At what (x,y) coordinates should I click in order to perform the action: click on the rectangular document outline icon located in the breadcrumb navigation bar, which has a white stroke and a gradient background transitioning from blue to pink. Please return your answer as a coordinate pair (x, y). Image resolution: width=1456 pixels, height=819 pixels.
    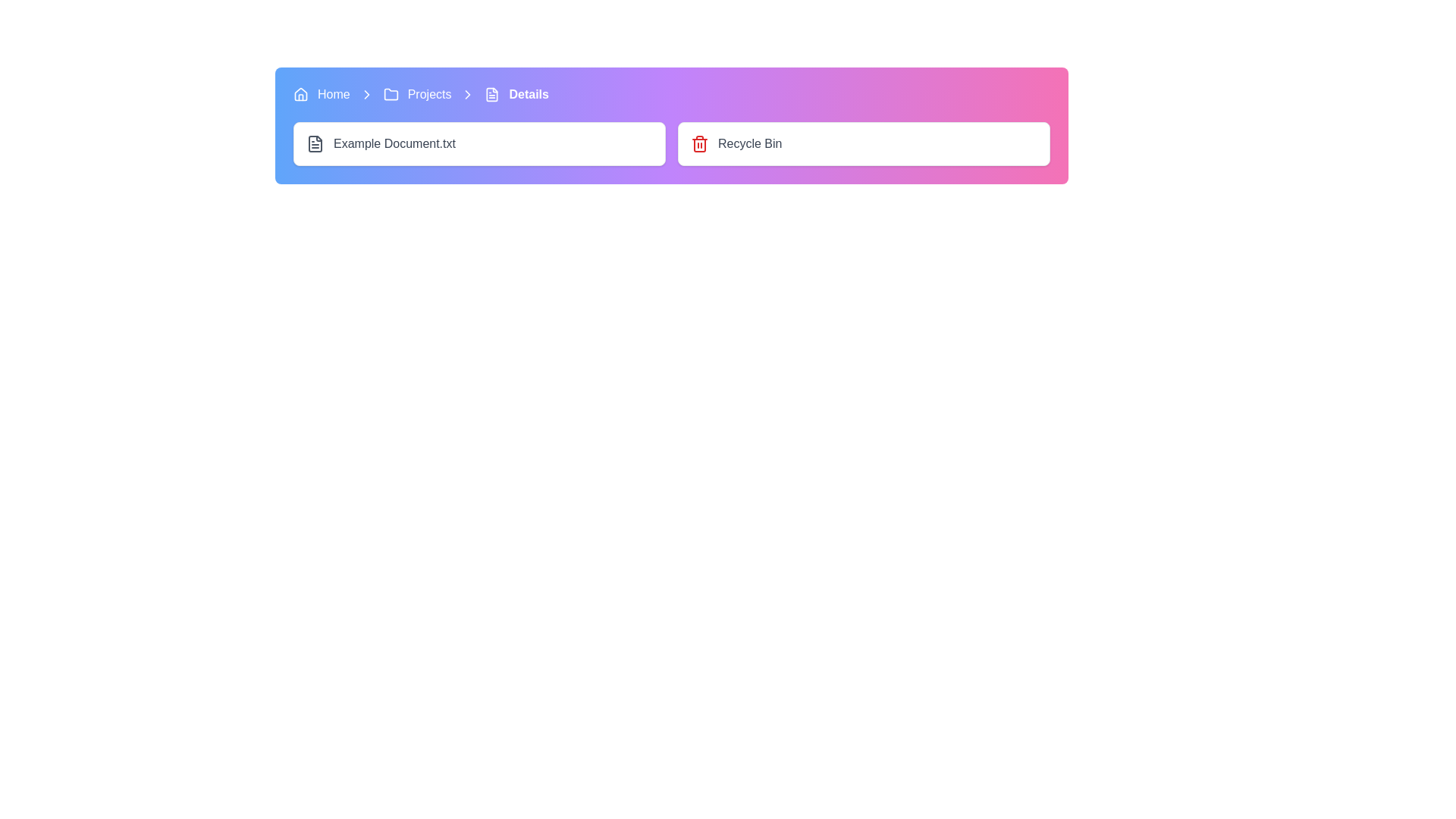
    Looking at the image, I should click on (492, 94).